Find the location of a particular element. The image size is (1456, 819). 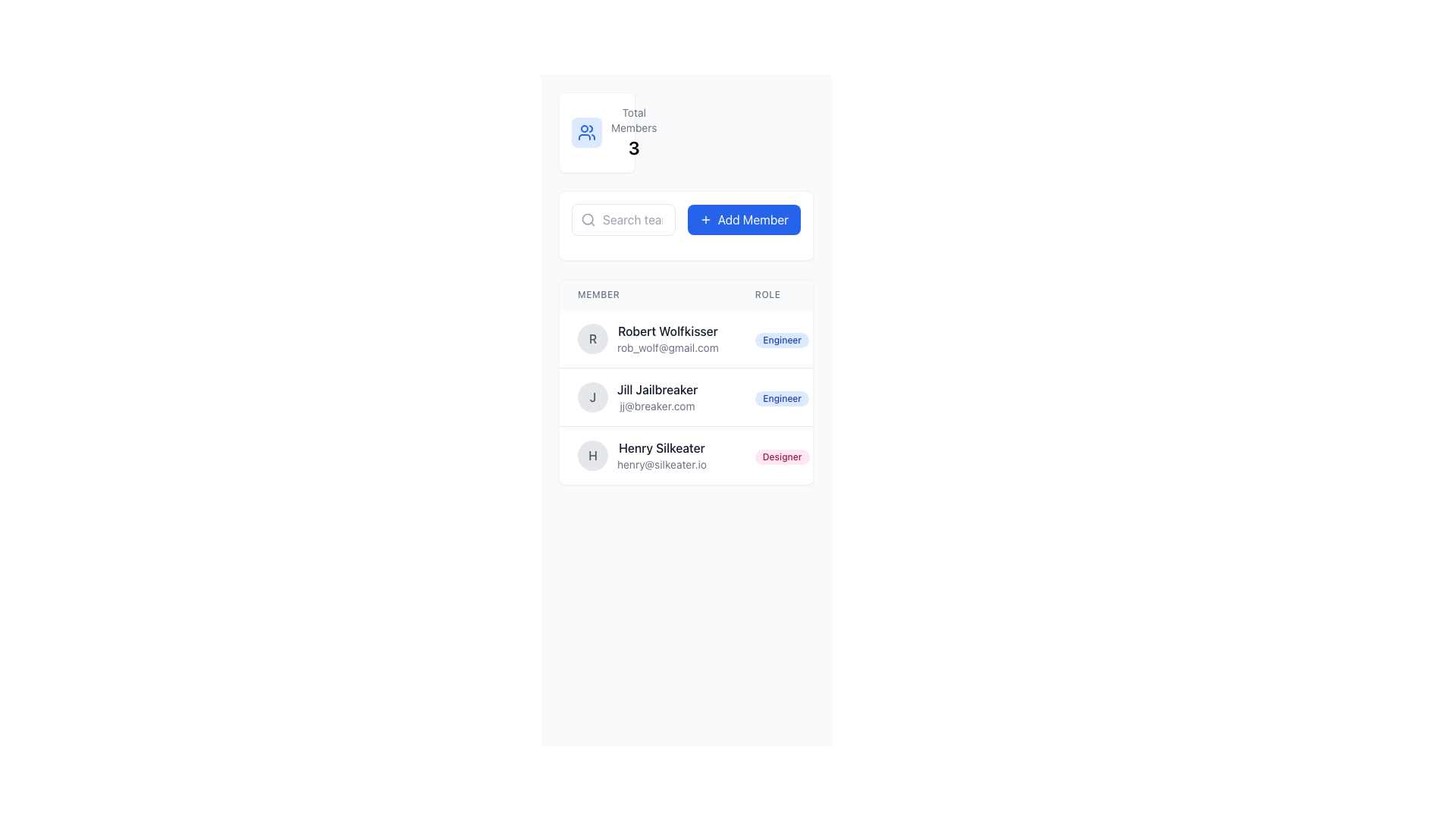

the list item displaying user details for a detailed view of the user's contact information, which includes their name and email address is located at coordinates (648, 338).